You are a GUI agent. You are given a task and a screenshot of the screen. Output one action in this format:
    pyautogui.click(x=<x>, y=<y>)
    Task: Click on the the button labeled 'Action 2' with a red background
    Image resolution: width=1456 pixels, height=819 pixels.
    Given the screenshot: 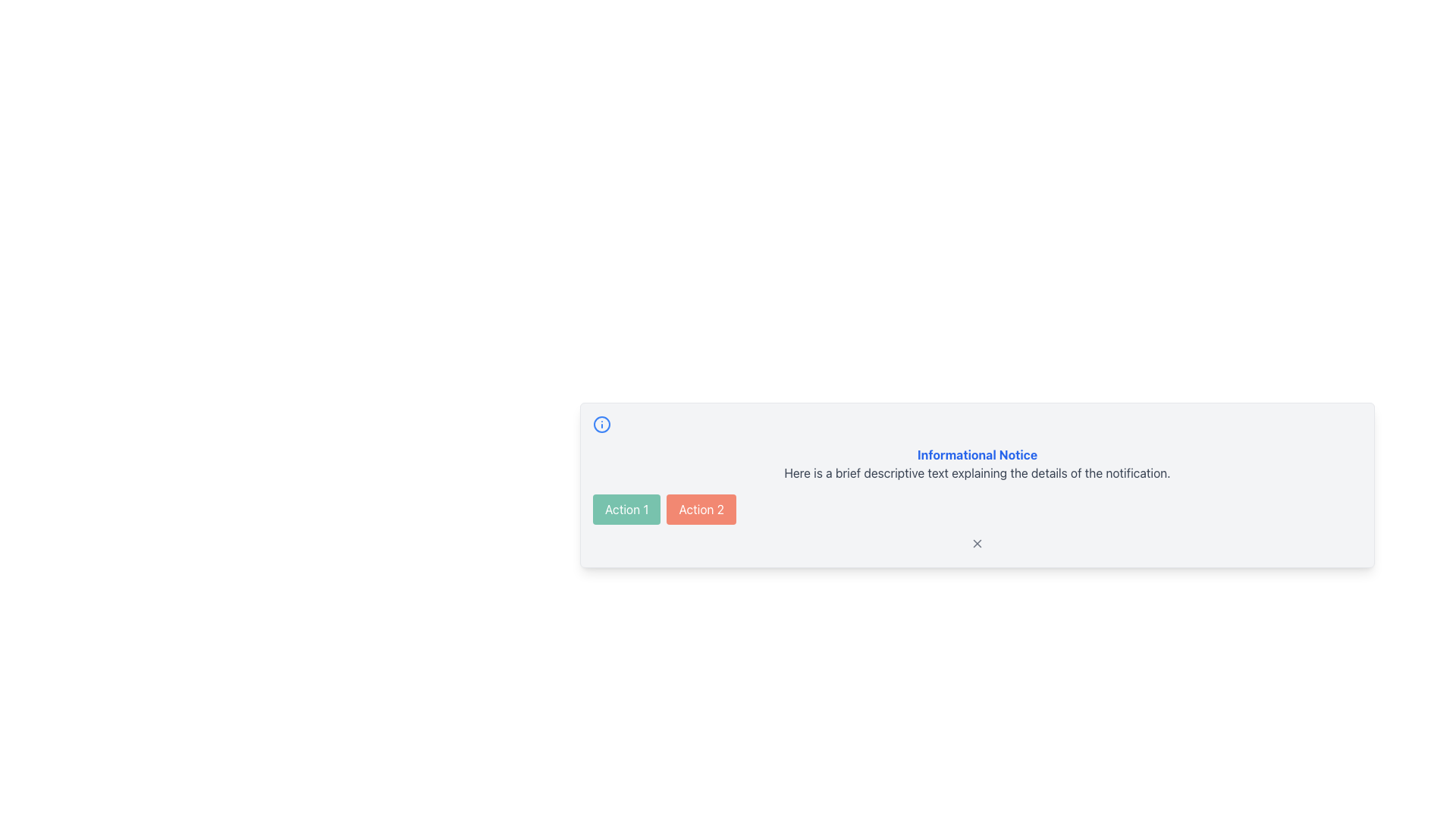 What is the action you would take?
    pyautogui.click(x=701, y=509)
    